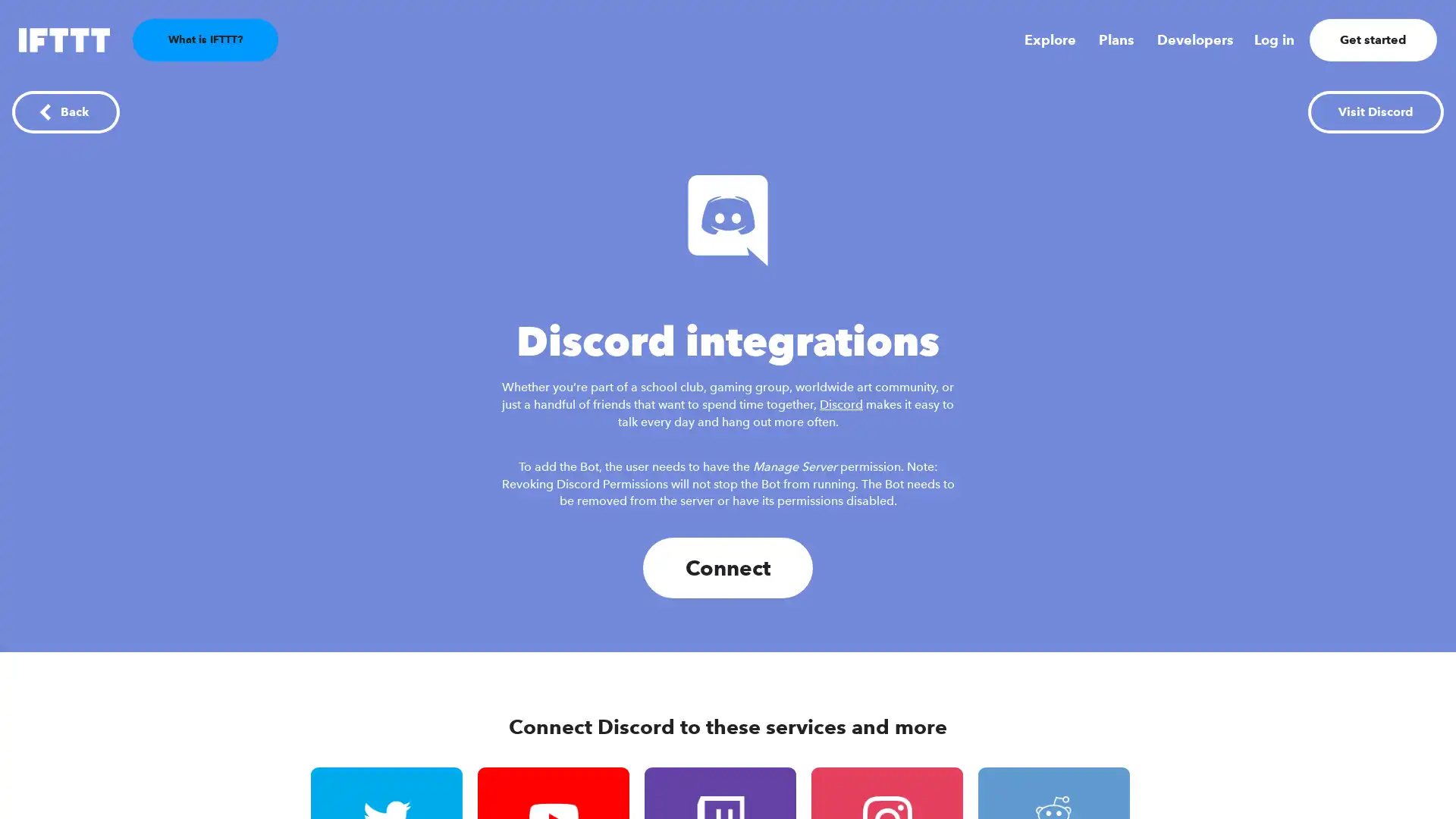 This screenshot has height=819, width=1456. I want to click on Back, so click(64, 111).